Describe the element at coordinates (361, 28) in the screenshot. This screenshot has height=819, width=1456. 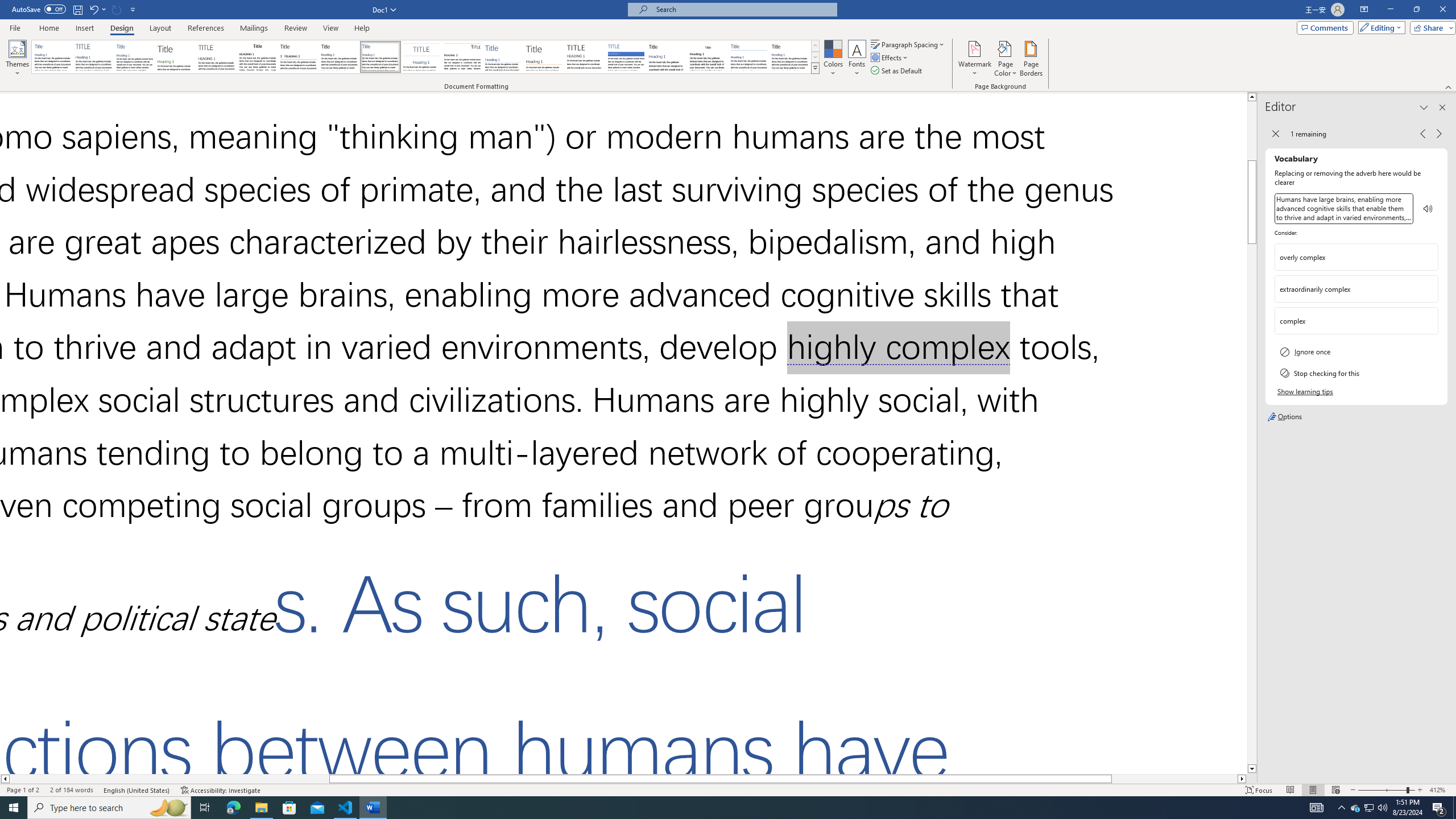
I see `'Help'` at that location.